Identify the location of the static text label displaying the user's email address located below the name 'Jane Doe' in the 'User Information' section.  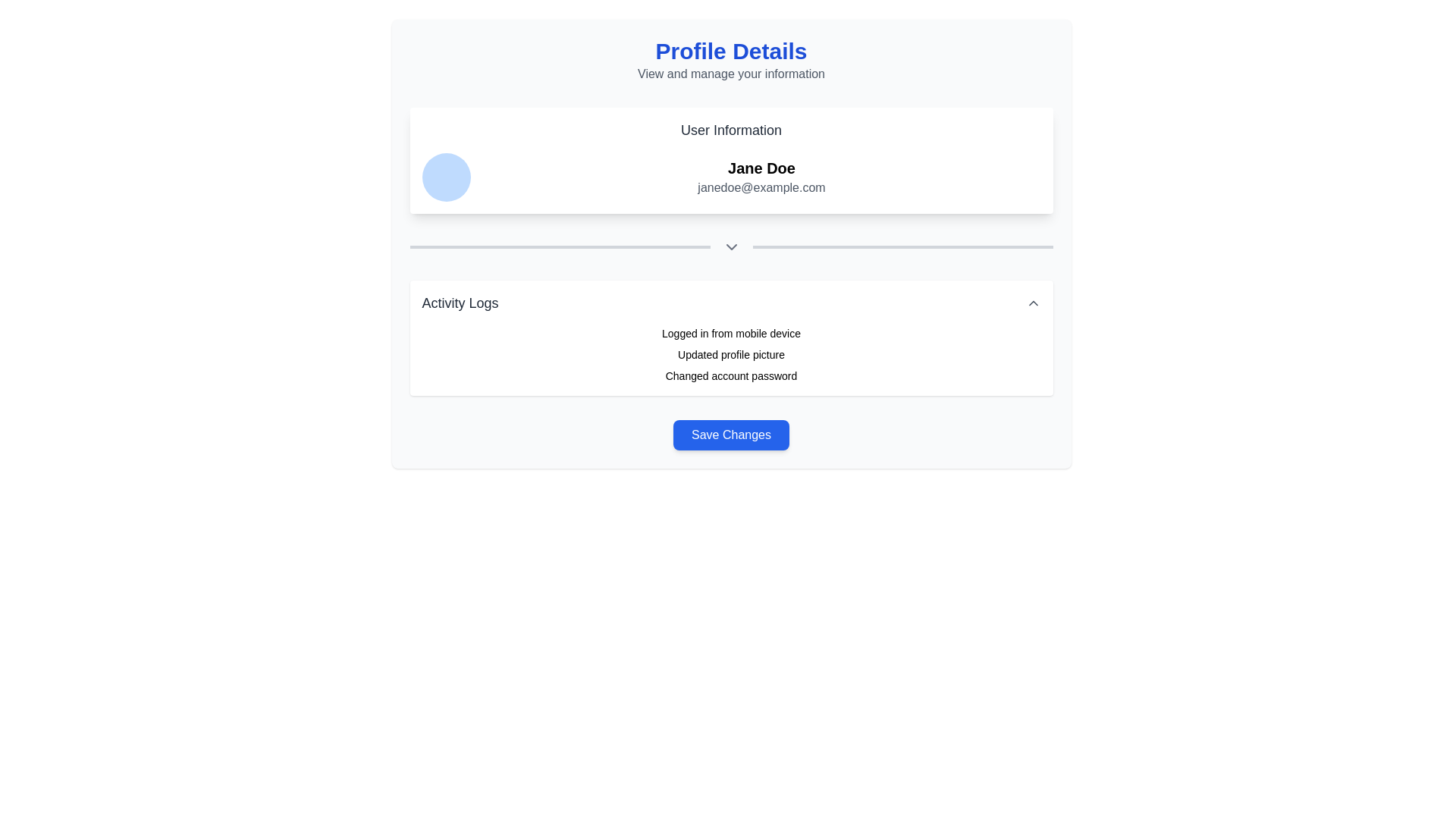
(761, 187).